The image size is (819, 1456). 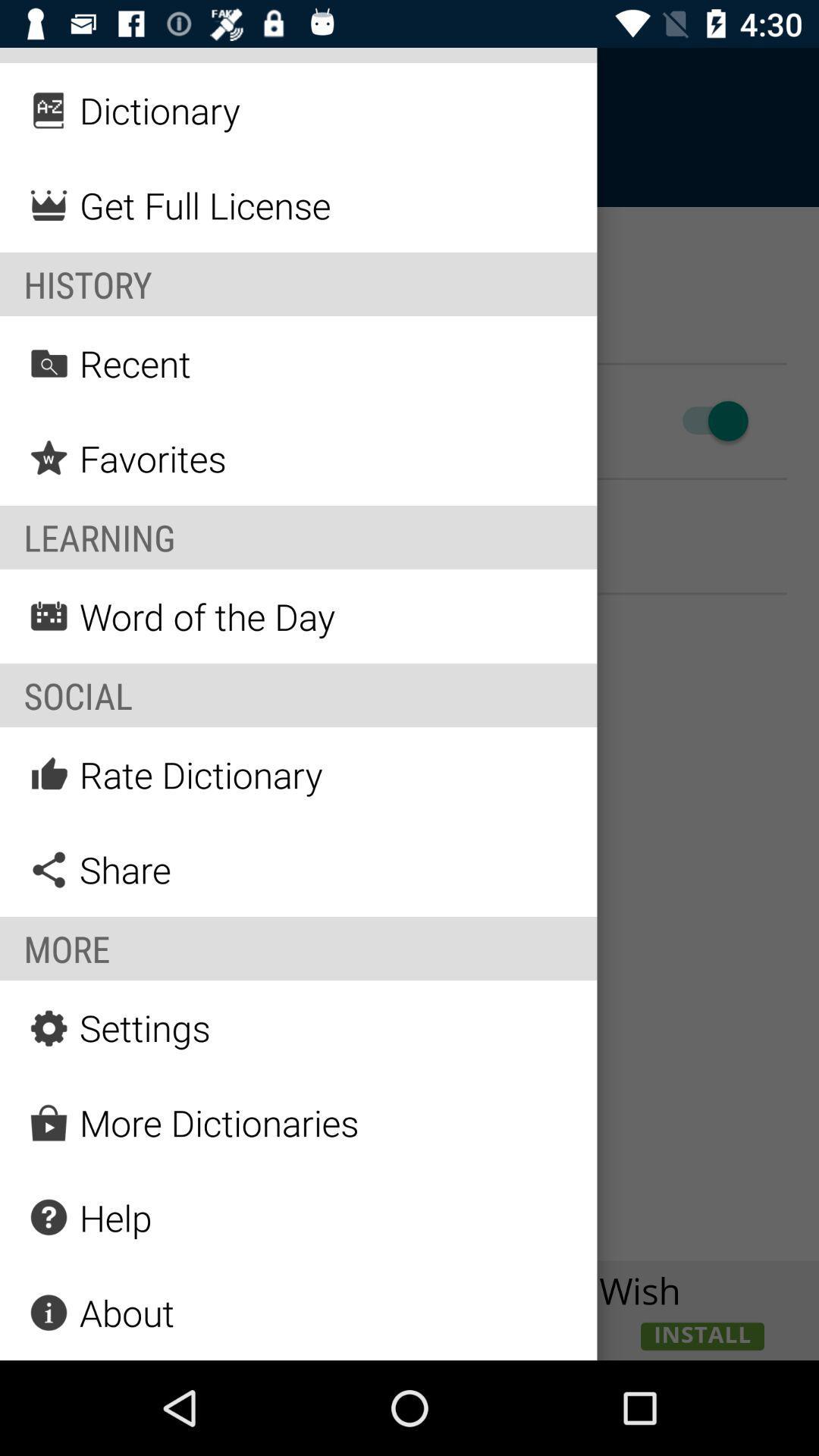 I want to click on the icon share, so click(x=49, y=870).